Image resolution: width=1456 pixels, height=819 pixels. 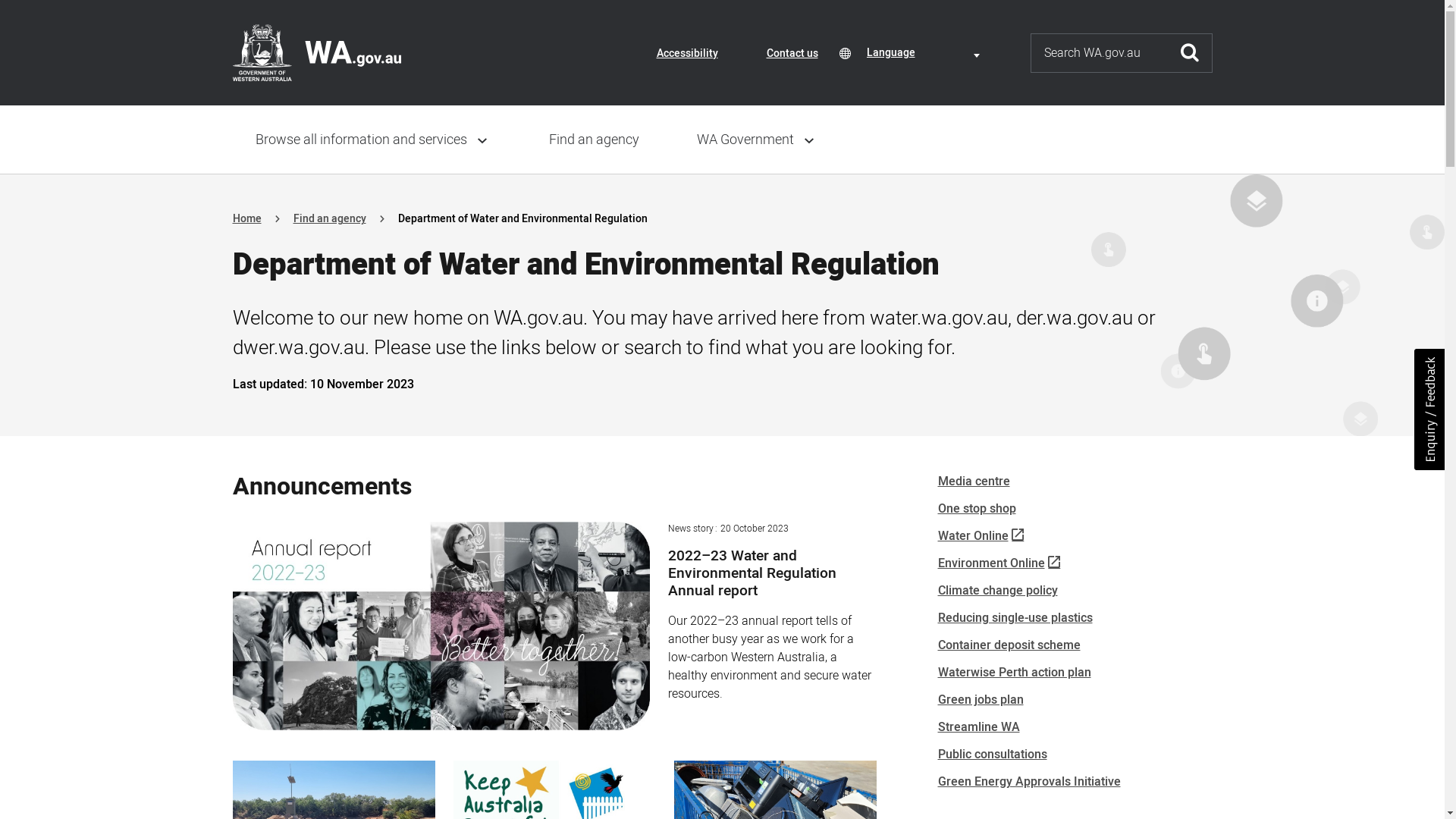 I want to click on 'Find an agency', so click(x=292, y=218).